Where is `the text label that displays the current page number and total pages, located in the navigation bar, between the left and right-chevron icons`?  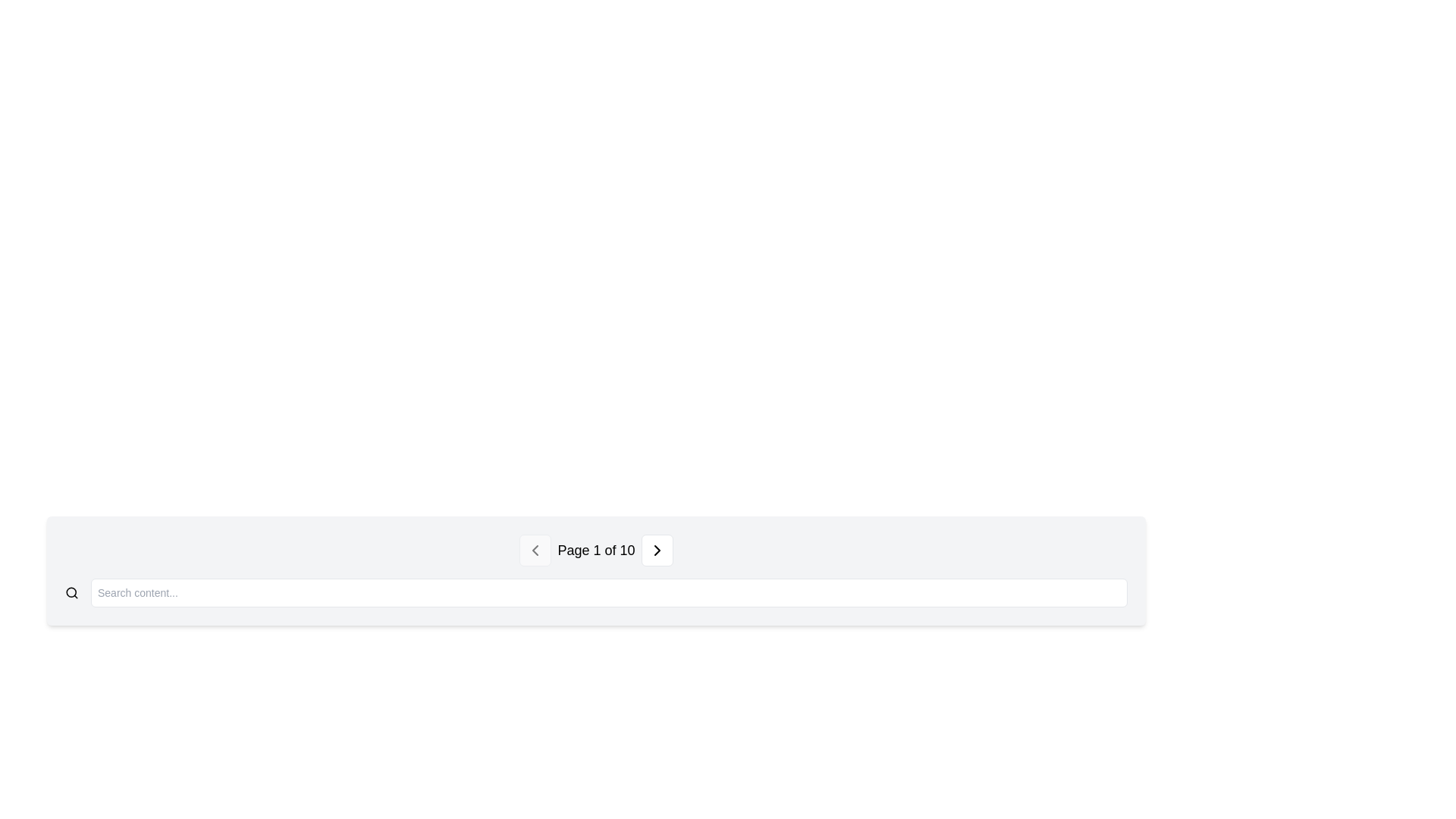
the text label that displays the current page number and total pages, located in the navigation bar, between the left and right-chevron icons is located at coordinates (595, 550).